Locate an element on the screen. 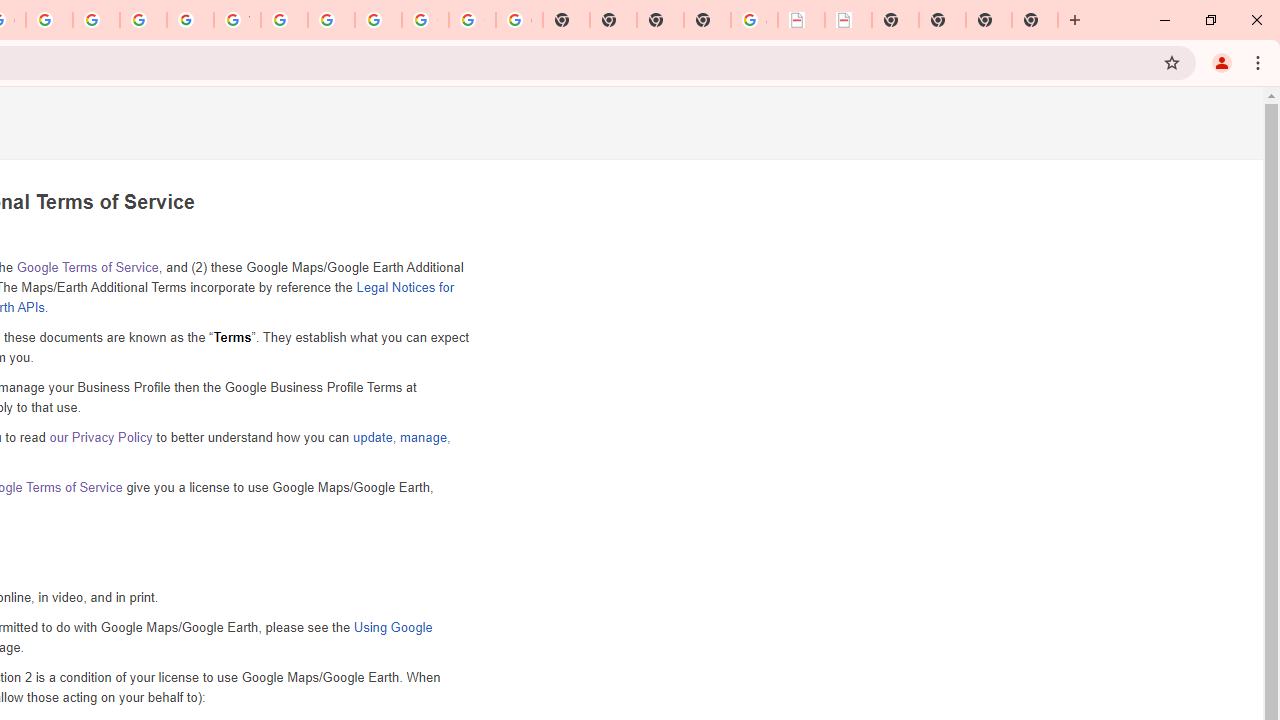  'Privacy Help Center - Policies Help' is located at coordinates (95, 20).